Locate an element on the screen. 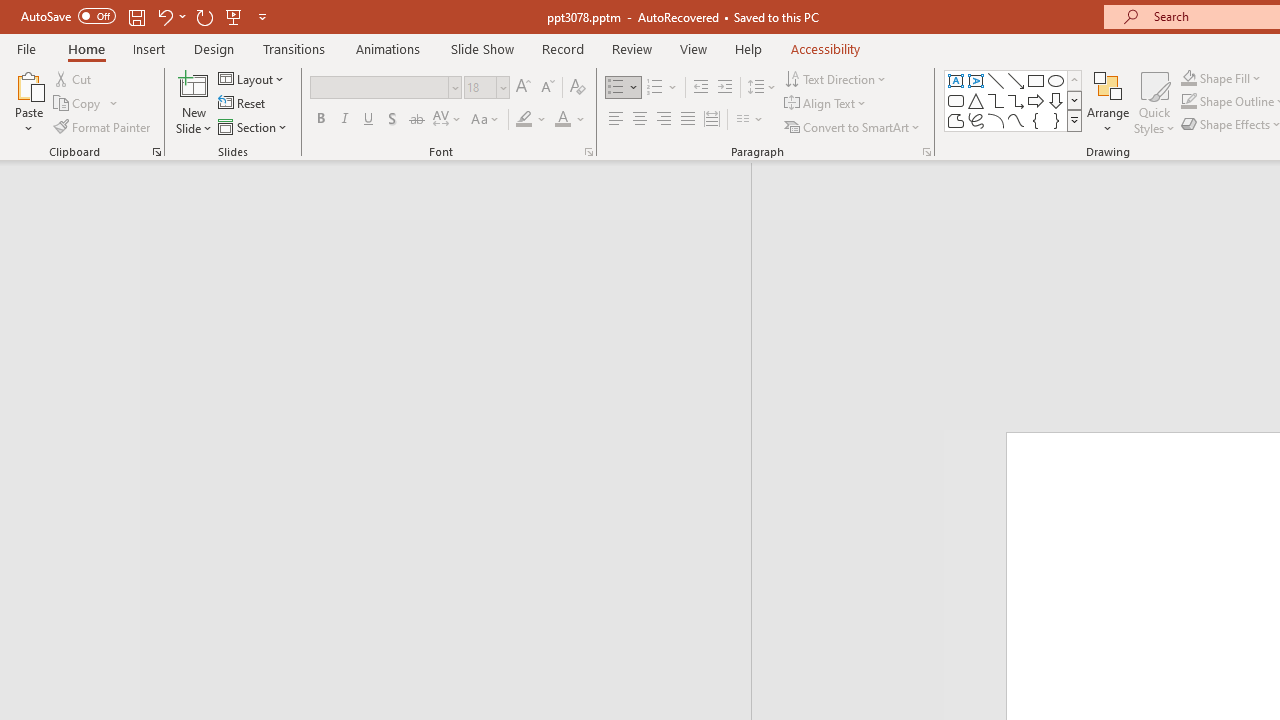  'Accessibility' is located at coordinates (826, 48).